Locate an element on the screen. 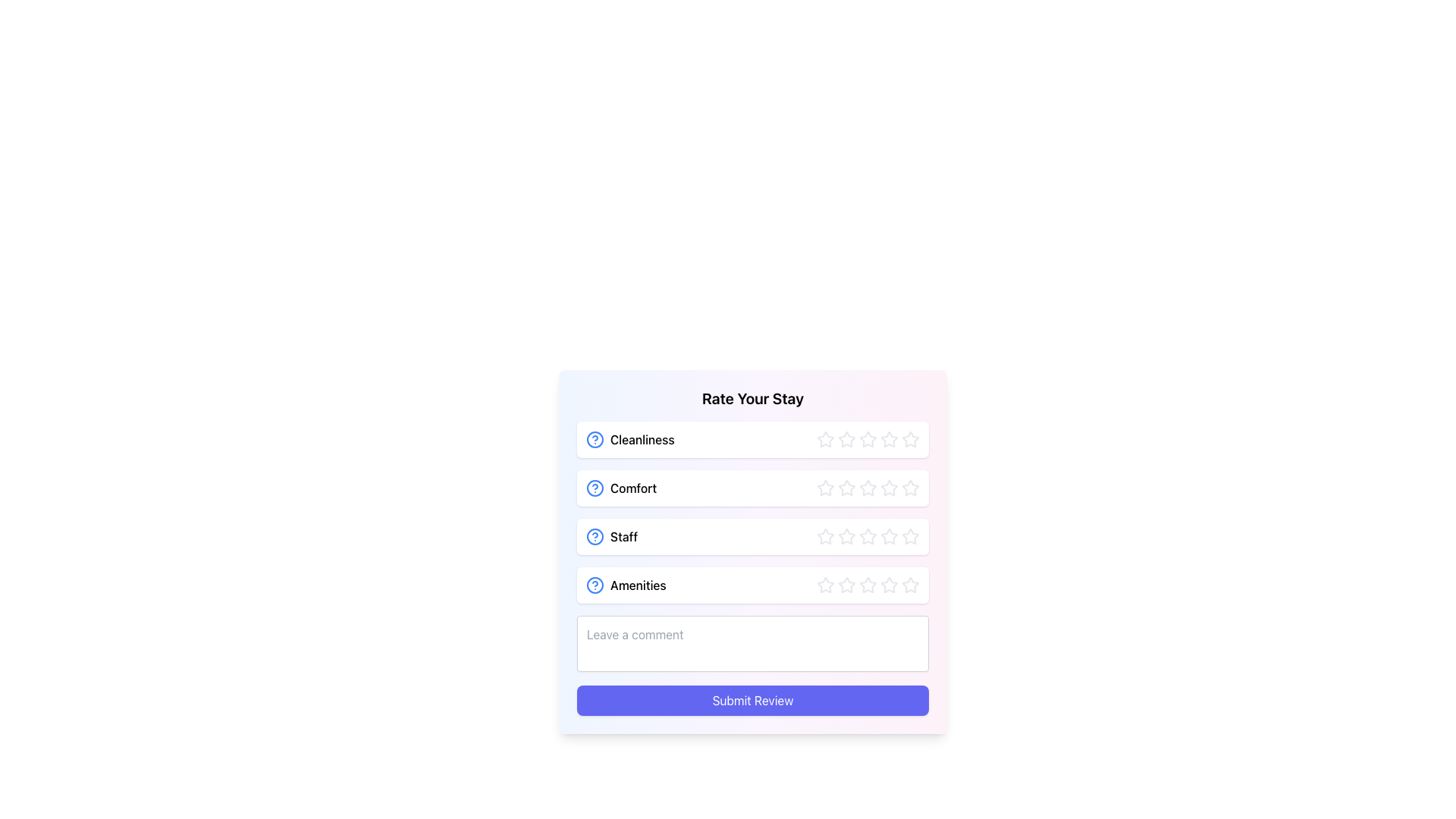 This screenshot has height=819, width=1456. the first star button in the rating stars for the 'Amenities' section of the 'Rate Your Stay' form is located at coordinates (825, 584).